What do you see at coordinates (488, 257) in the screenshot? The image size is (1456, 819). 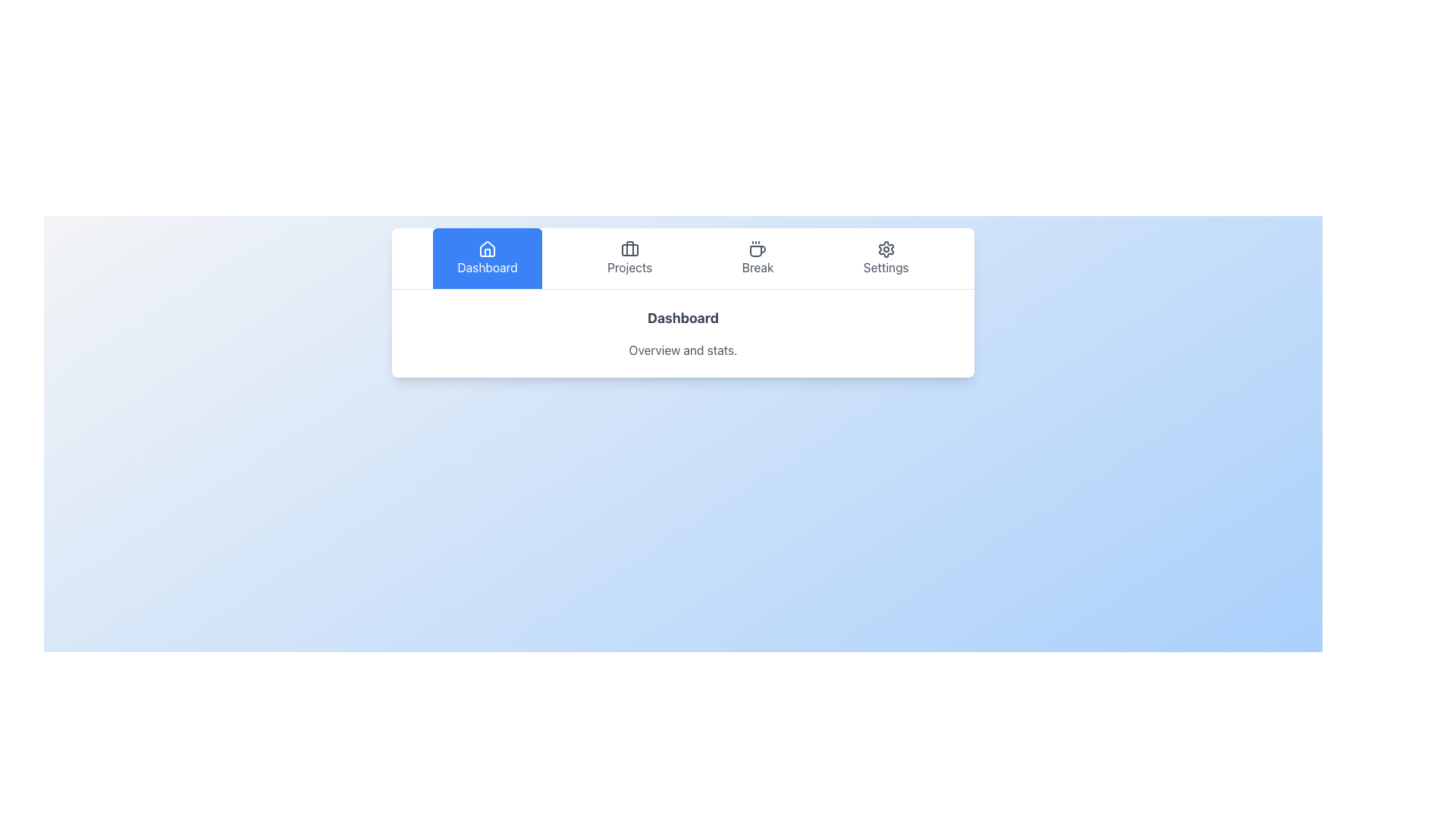 I see `the blue rectangular button labeled 'Dashboard' with a house icon` at bounding box center [488, 257].